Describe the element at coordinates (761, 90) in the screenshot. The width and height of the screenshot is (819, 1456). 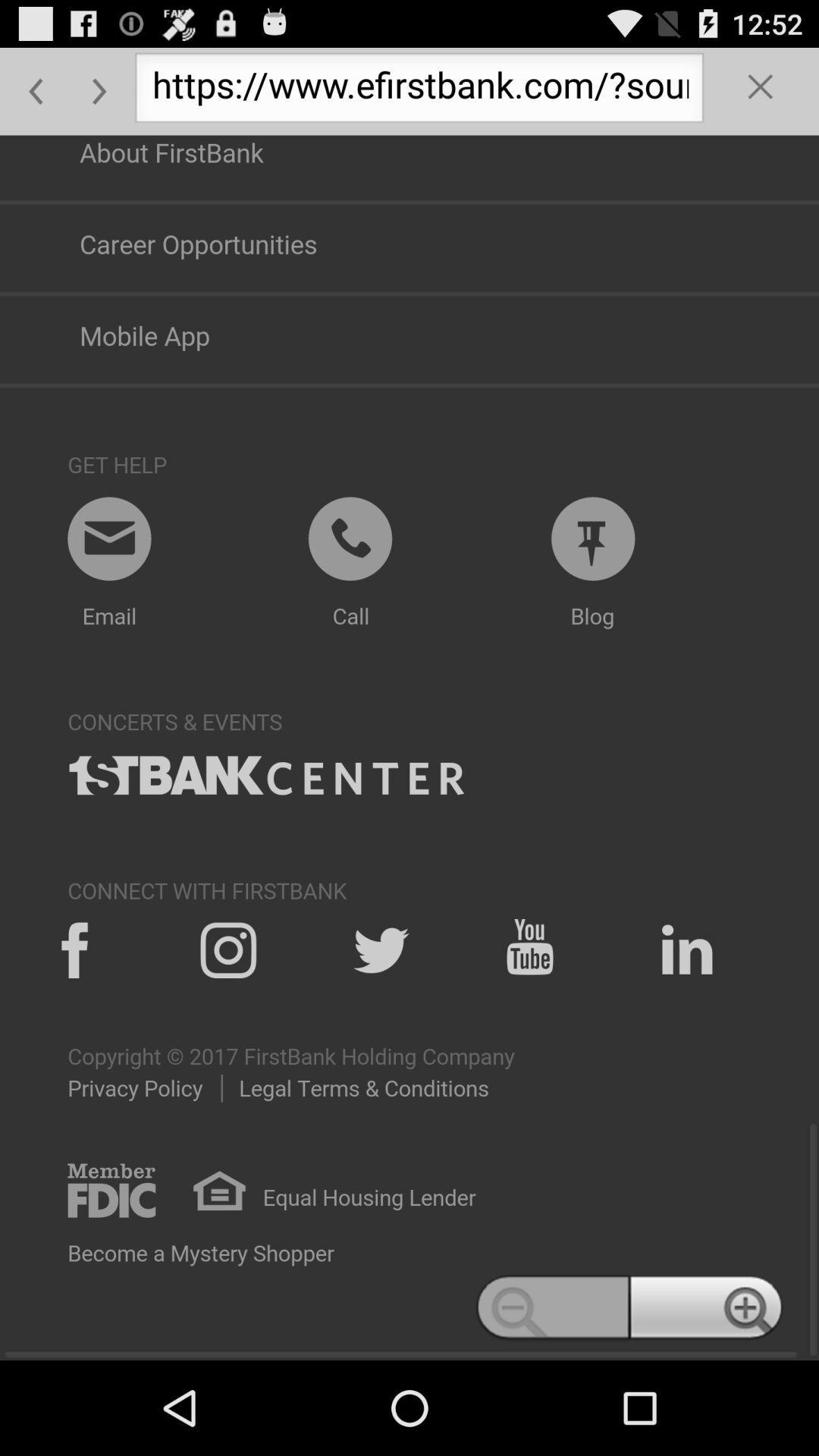
I see `search off to the address bar` at that location.